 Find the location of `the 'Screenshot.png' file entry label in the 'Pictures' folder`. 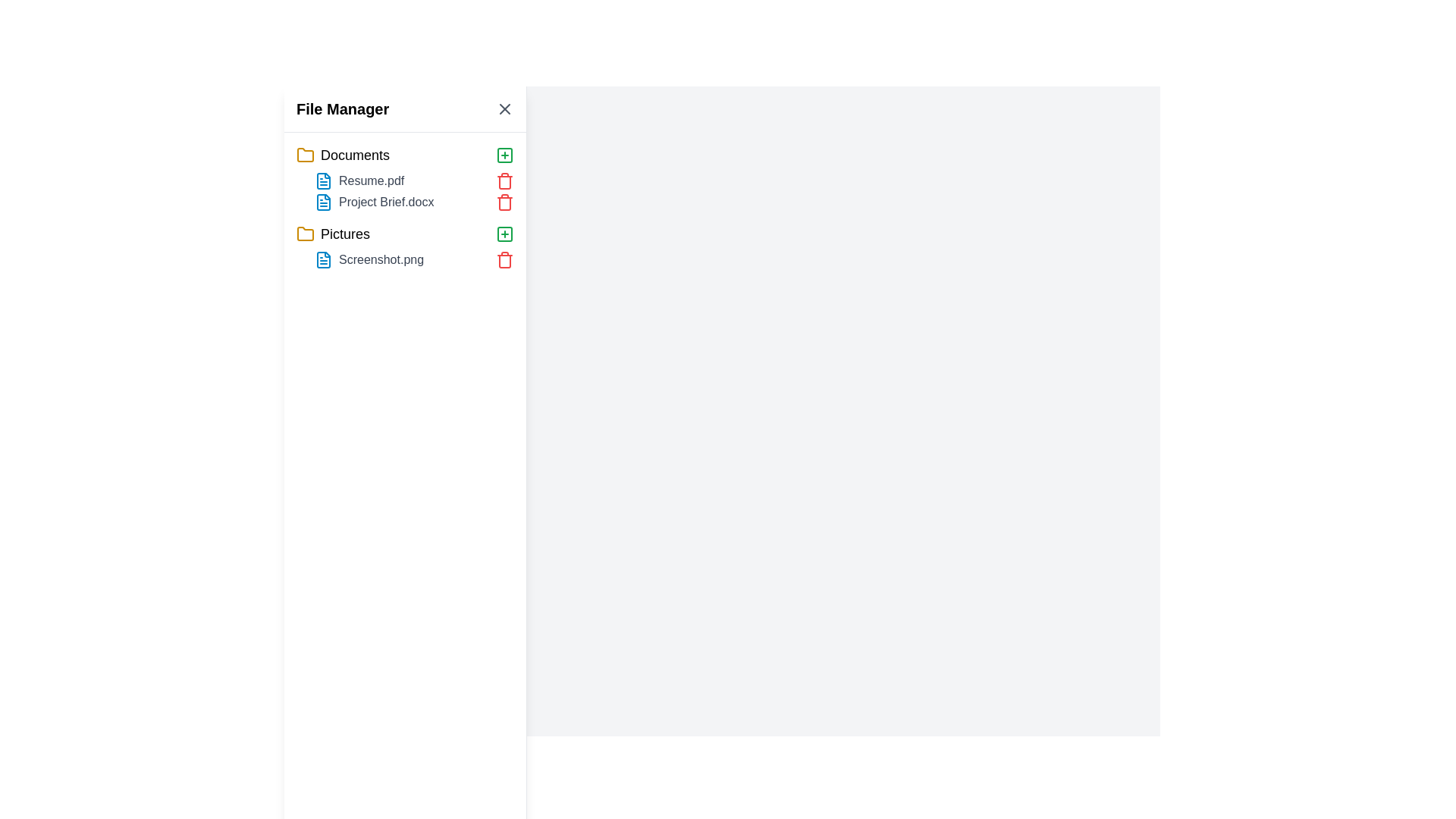

the 'Screenshot.png' file entry label in the 'Pictures' folder is located at coordinates (414, 259).